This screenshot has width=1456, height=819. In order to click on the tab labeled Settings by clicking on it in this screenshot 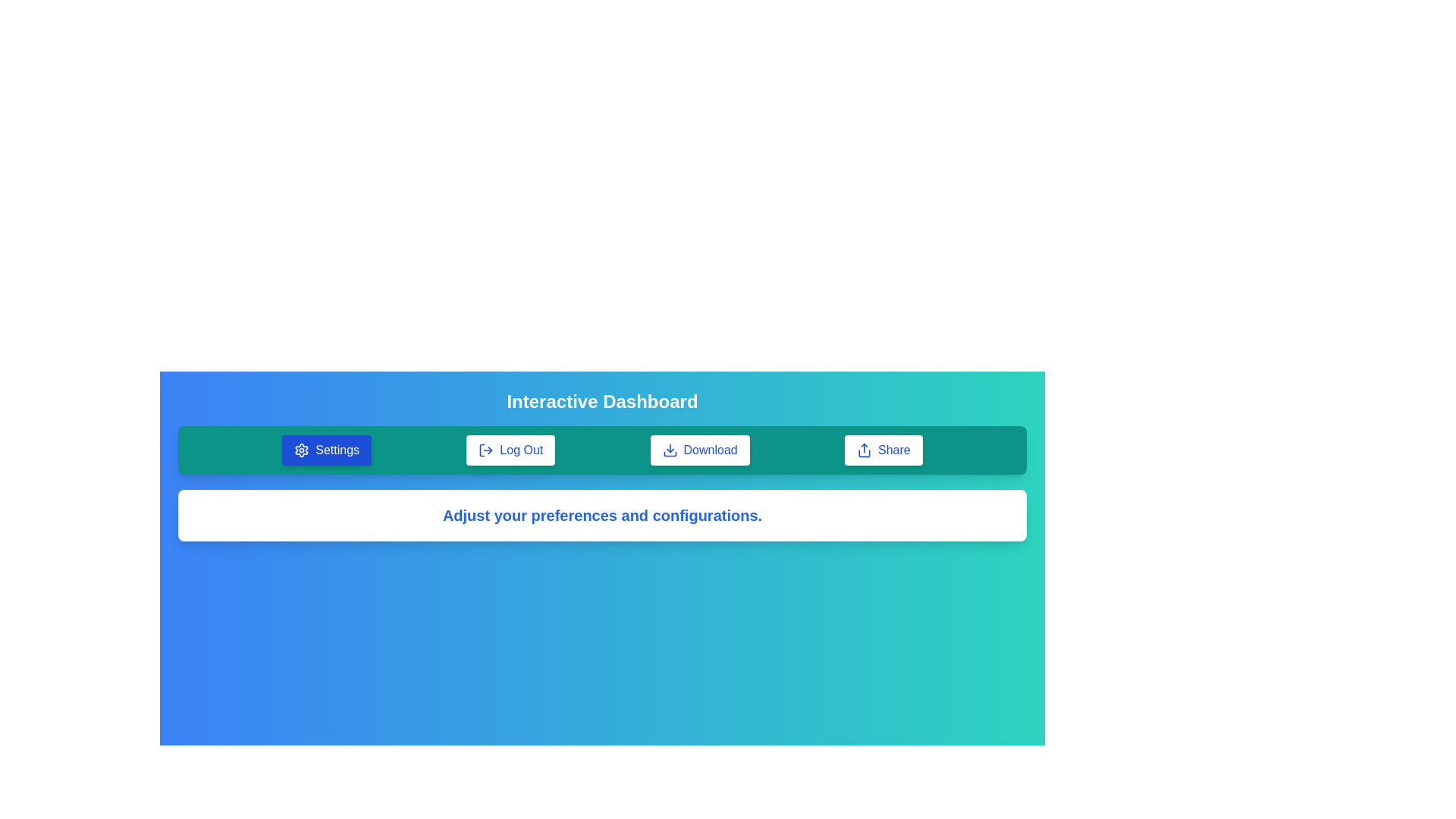, I will do `click(326, 450)`.